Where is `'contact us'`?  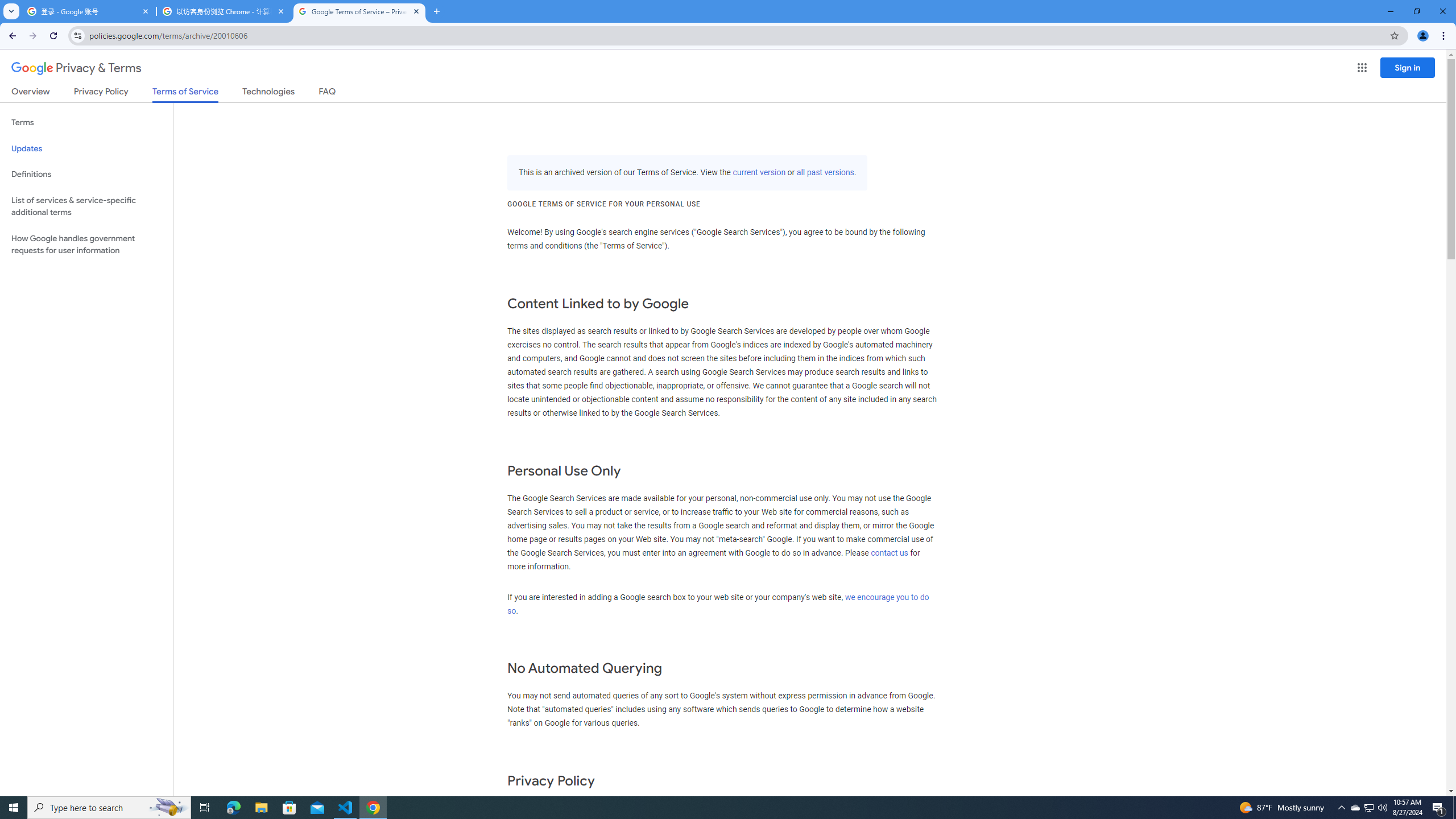
'contact us' is located at coordinates (890, 553).